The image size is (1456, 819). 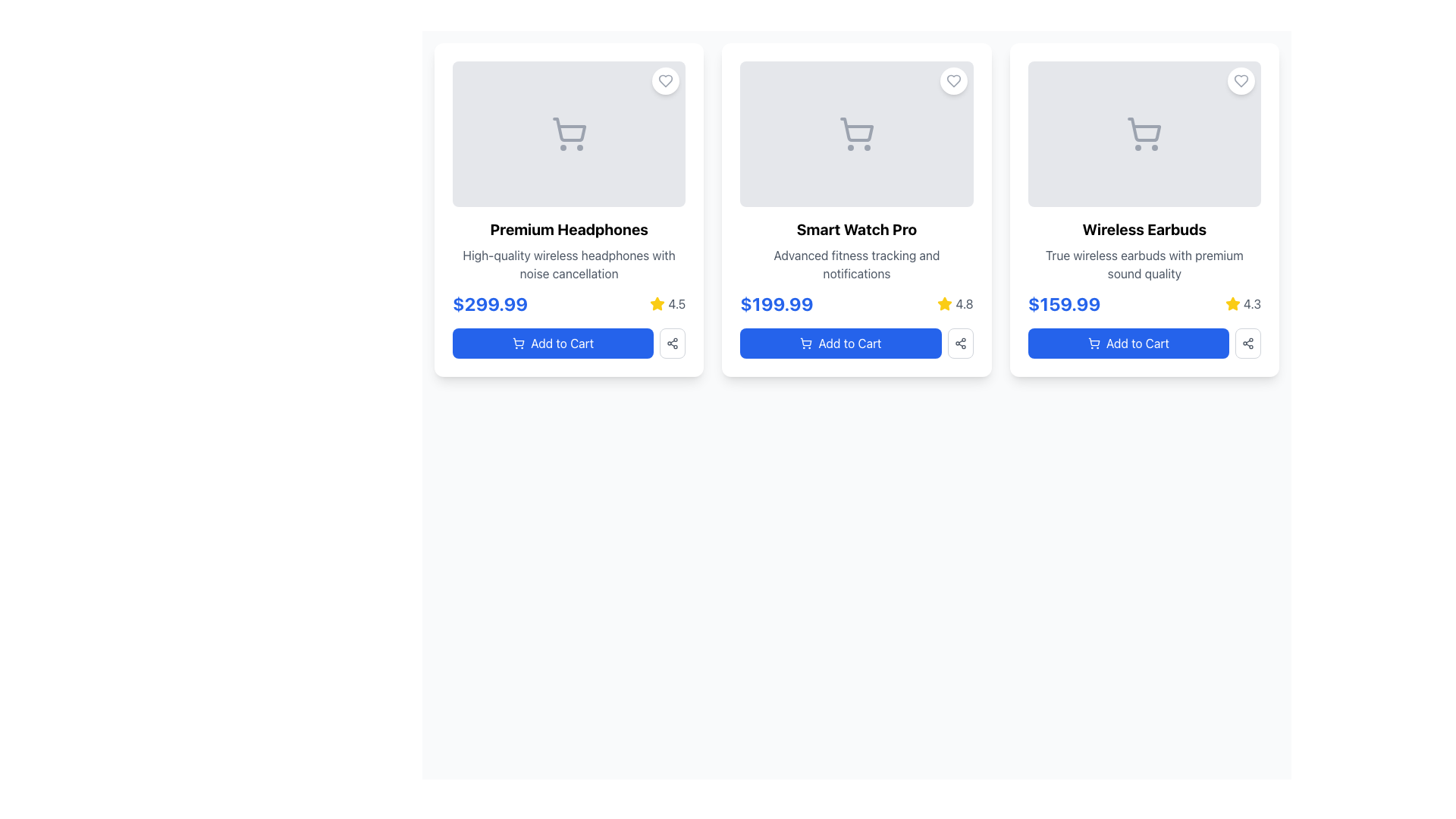 I want to click on the star-shaped icon with a yellow fill located in the bottom-right corner of the third card, adjacent to the numeric rating text '4.3', so click(x=1232, y=304).